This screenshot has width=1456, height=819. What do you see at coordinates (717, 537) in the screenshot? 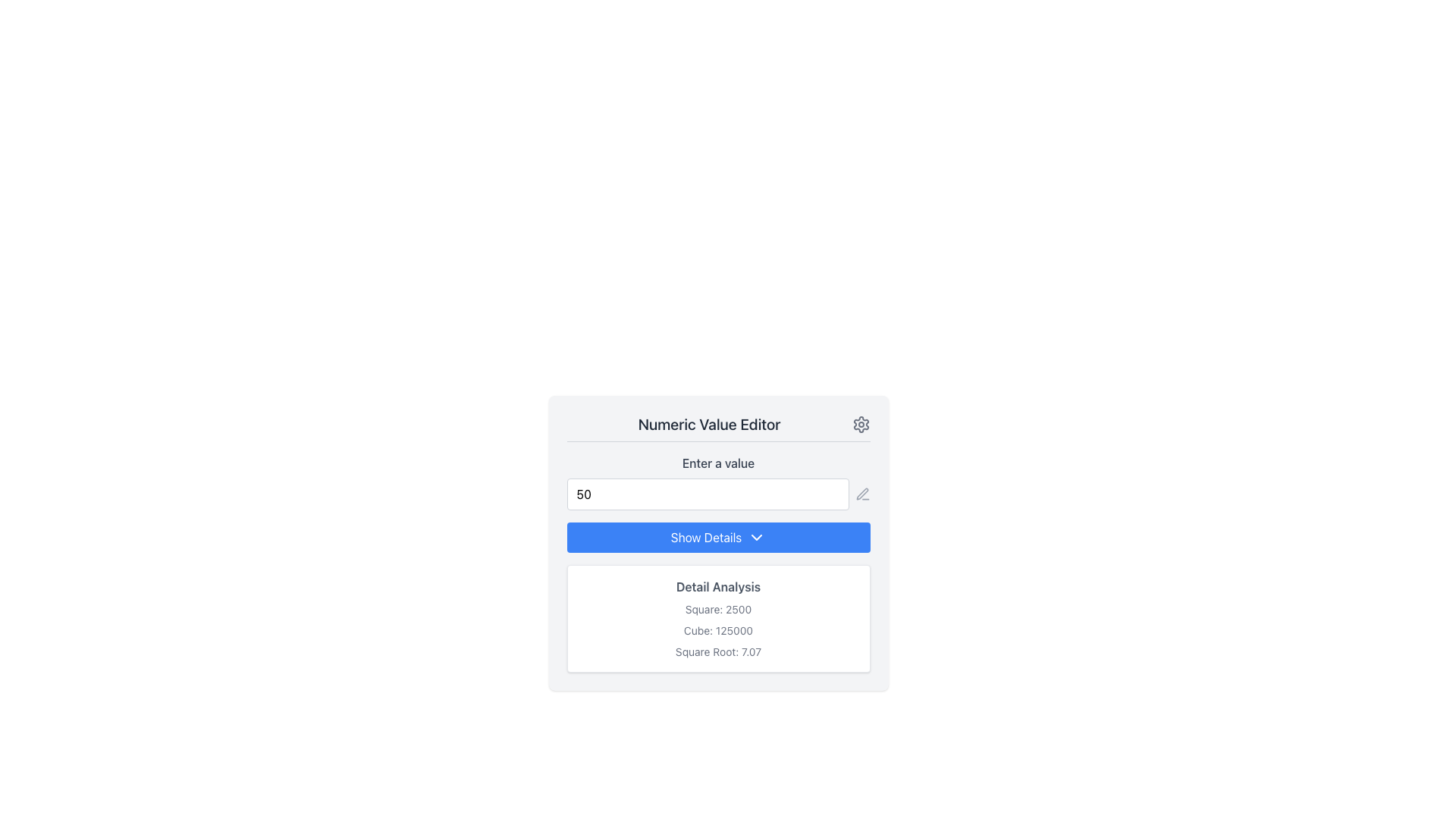
I see `the rectangular button with a blue background and white text reading 'Show Details'` at bounding box center [717, 537].